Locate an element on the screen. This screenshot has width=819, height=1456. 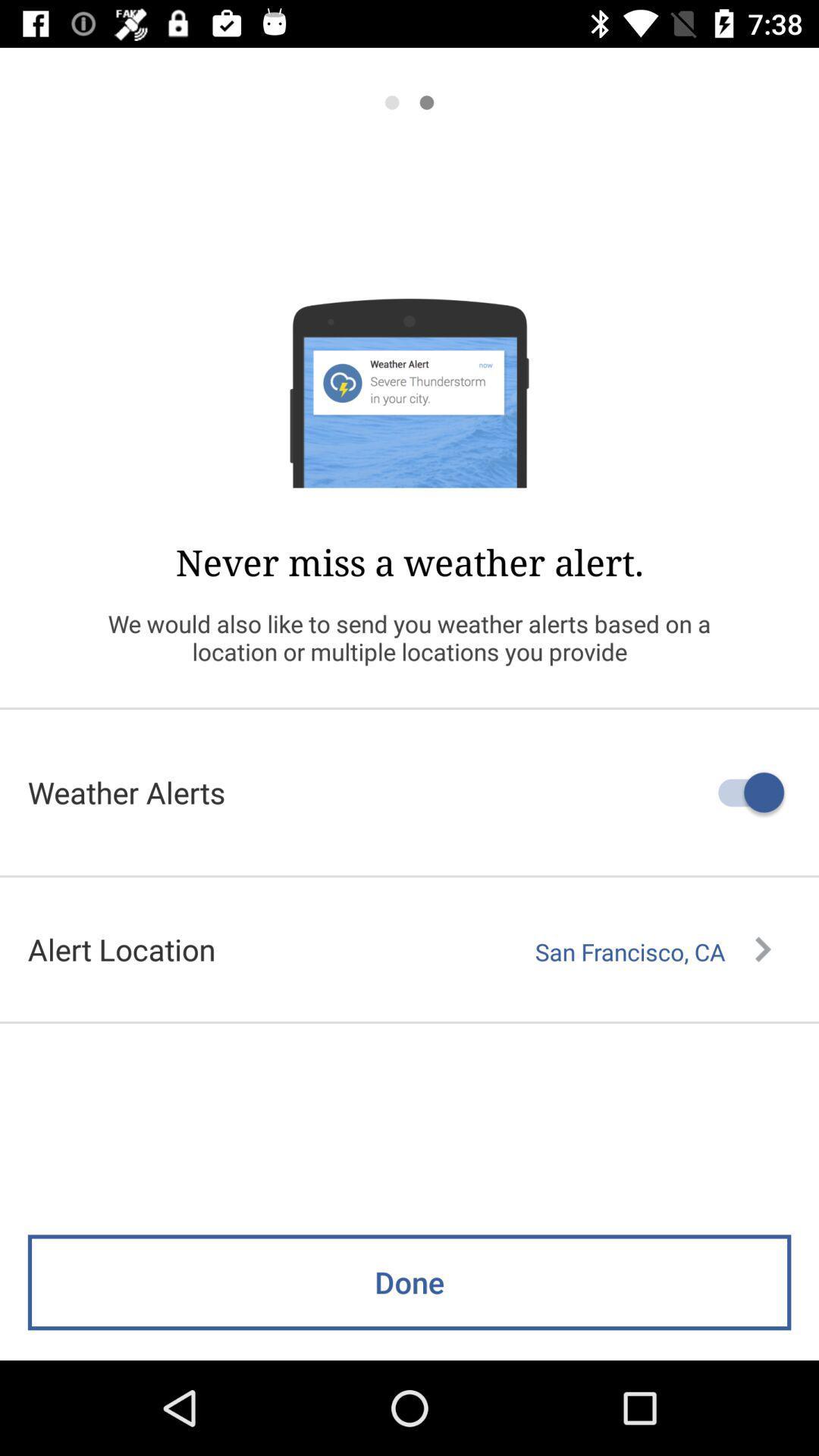
san francisco, ca item is located at coordinates (652, 951).